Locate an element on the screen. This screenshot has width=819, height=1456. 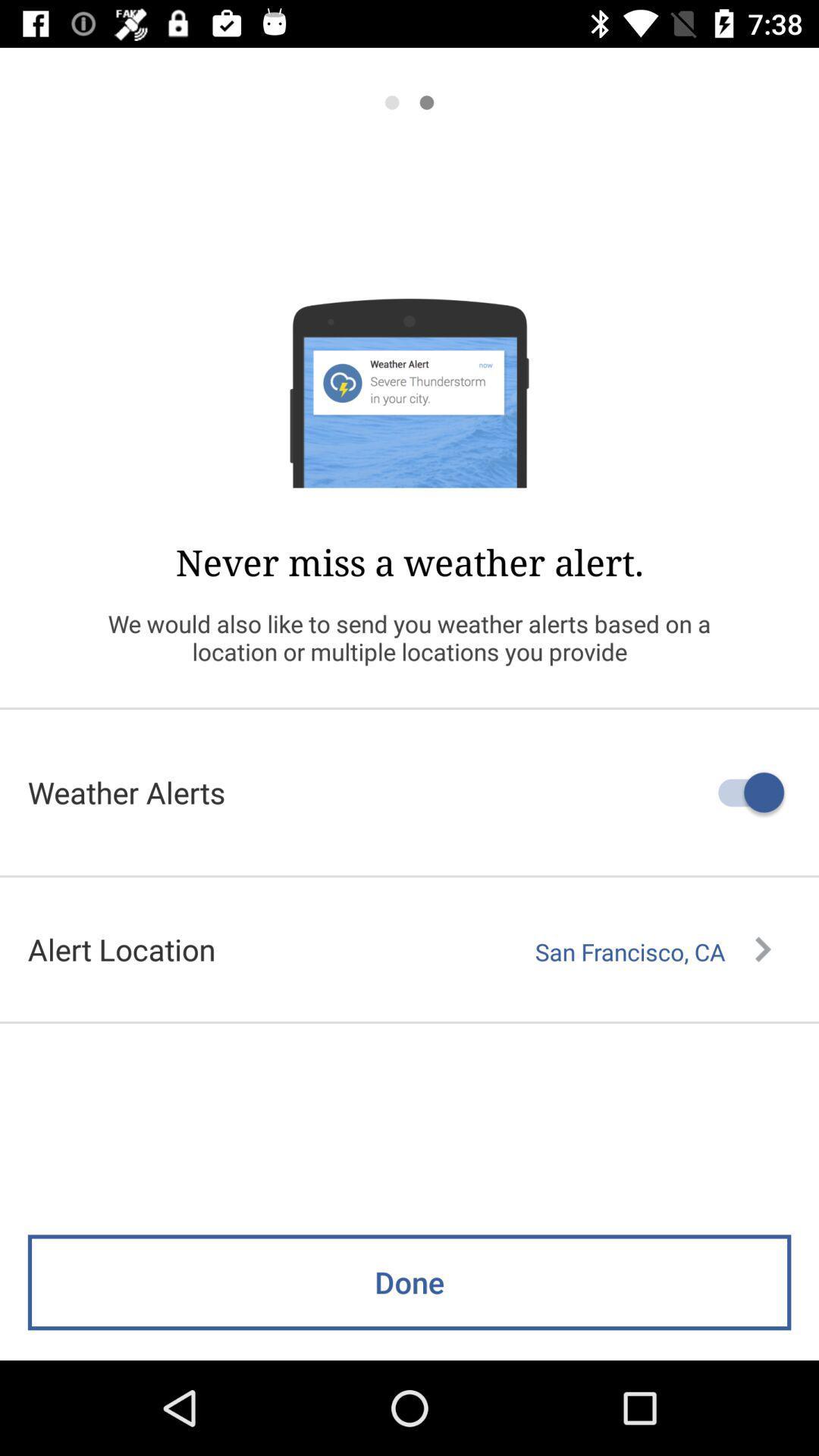
san francisco, ca item is located at coordinates (652, 951).